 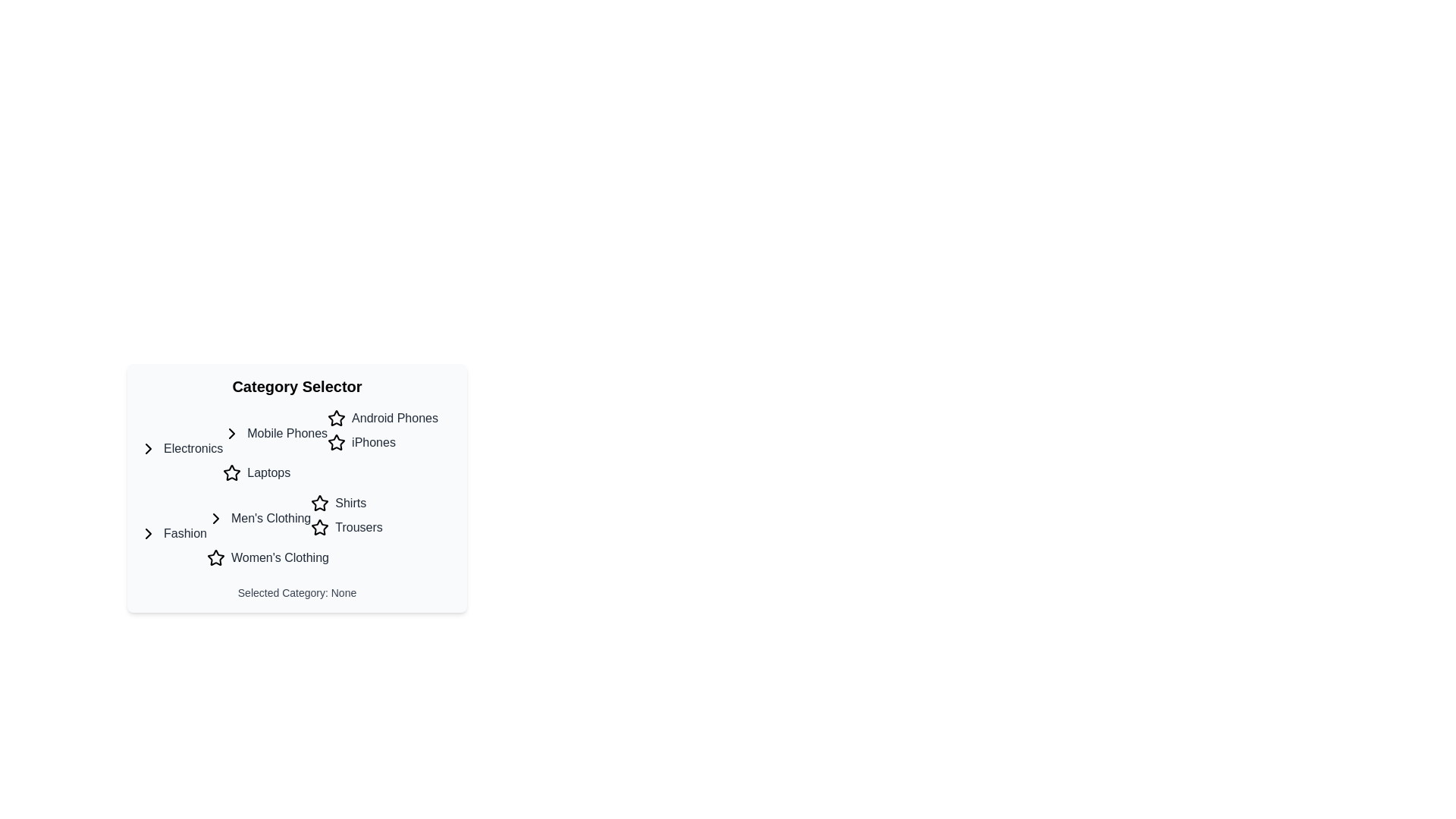 I want to click on the star icon located beside the 'Trousers' label under the 'Men's Clothing' category, so click(x=319, y=526).